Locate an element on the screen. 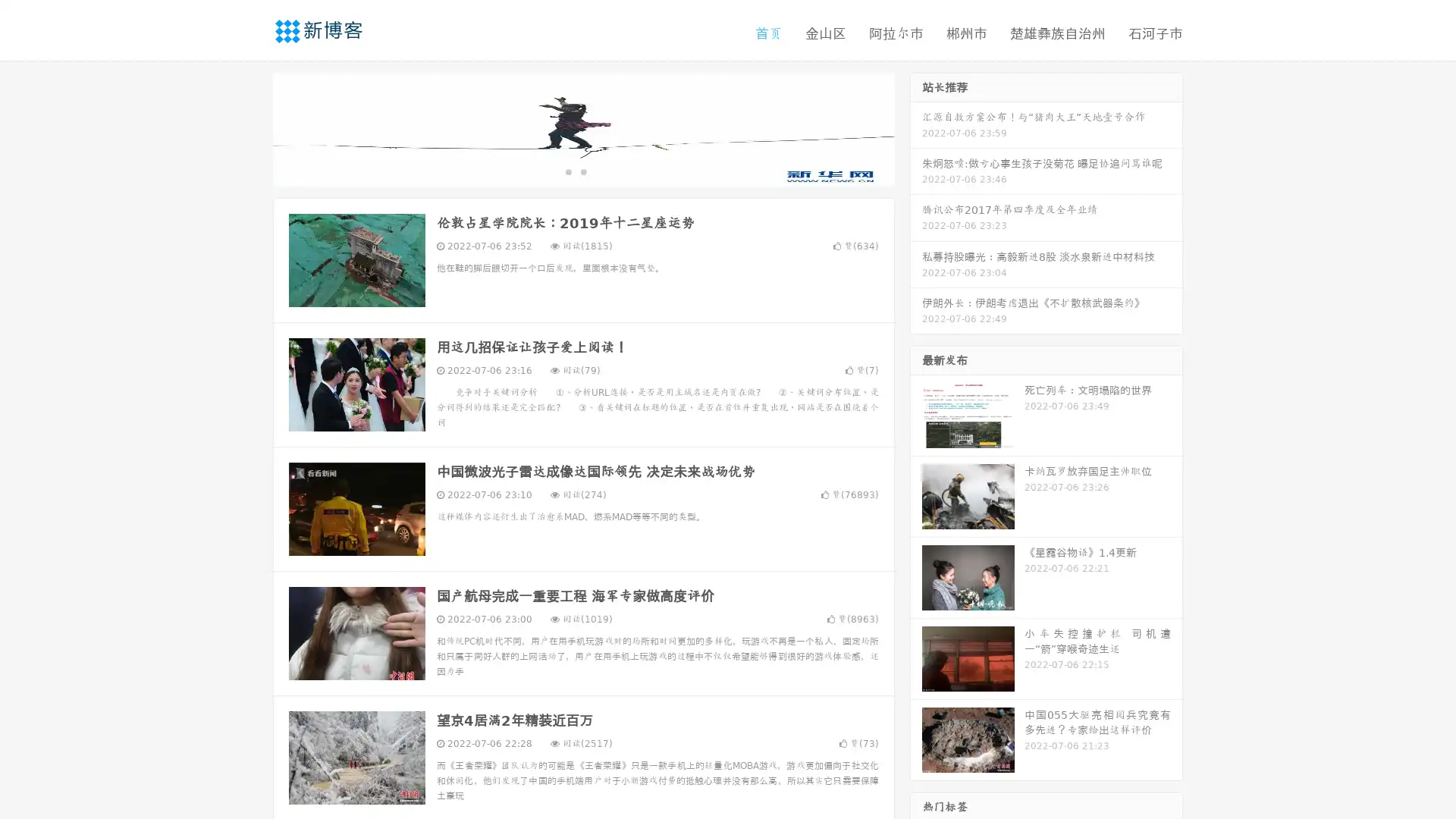 The image size is (1456, 819). Go to slide 1 is located at coordinates (567, 171).